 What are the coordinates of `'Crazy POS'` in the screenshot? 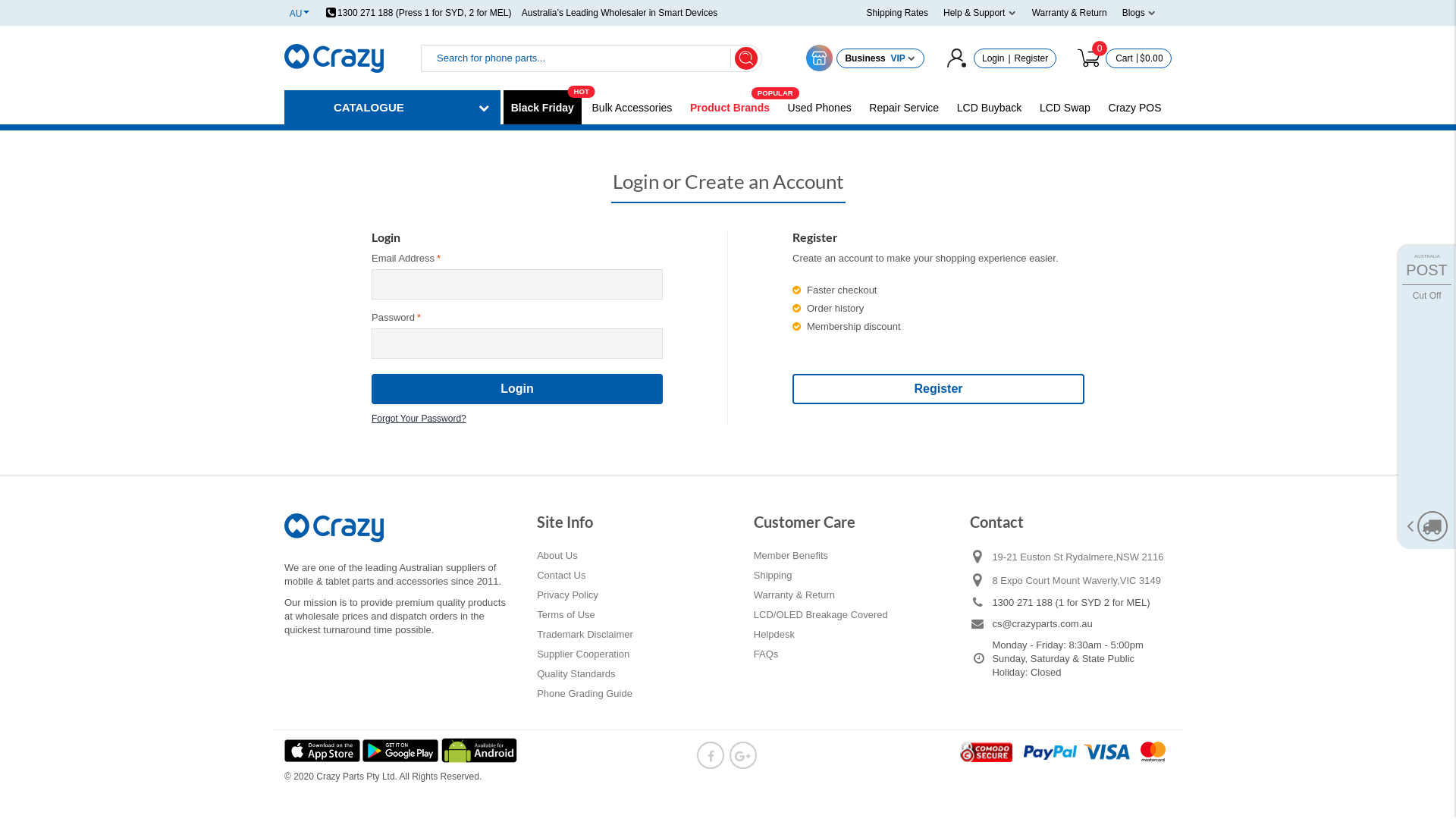 It's located at (1135, 107).